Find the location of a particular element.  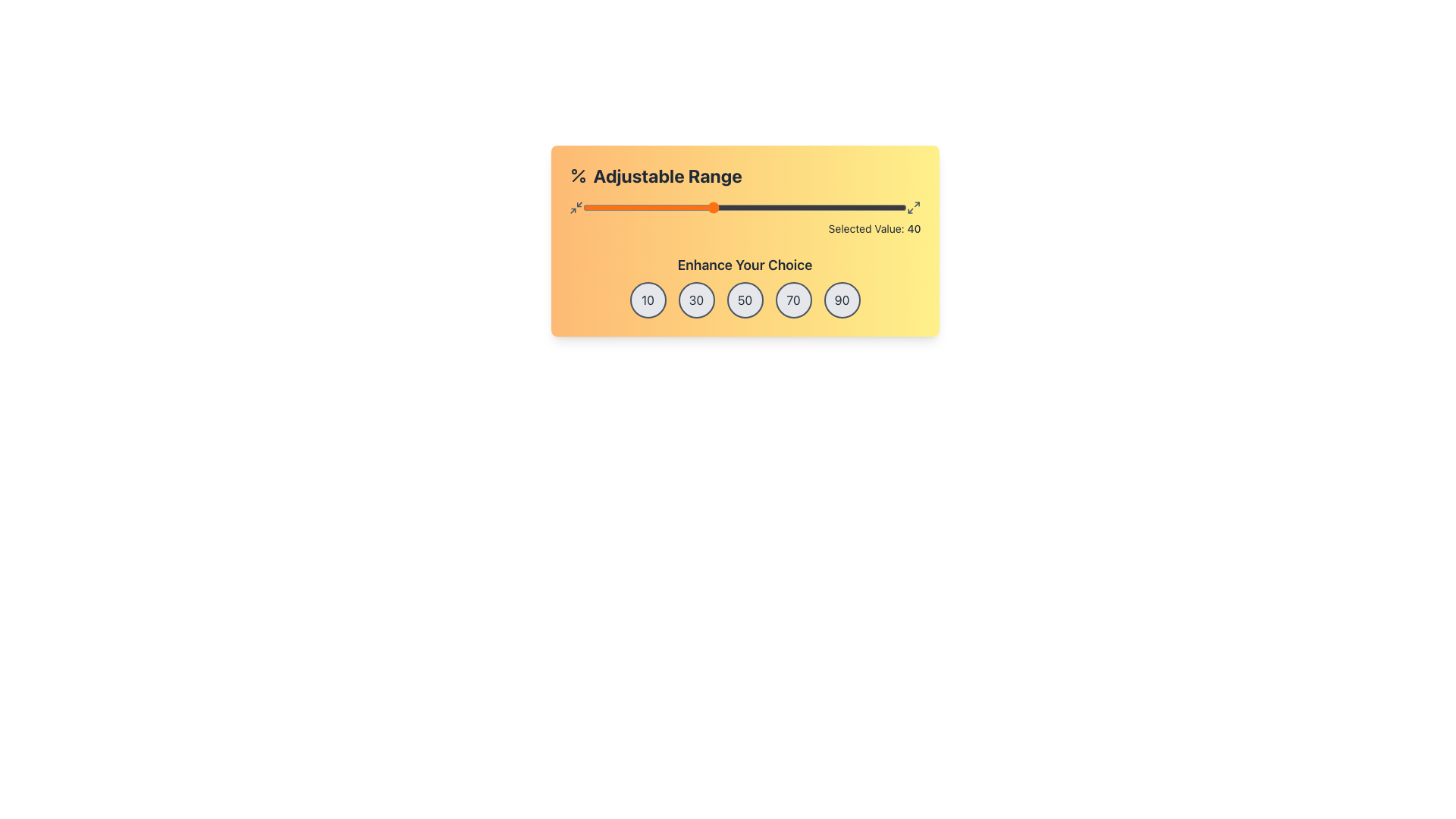

the slider is located at coordinates (708, 207).